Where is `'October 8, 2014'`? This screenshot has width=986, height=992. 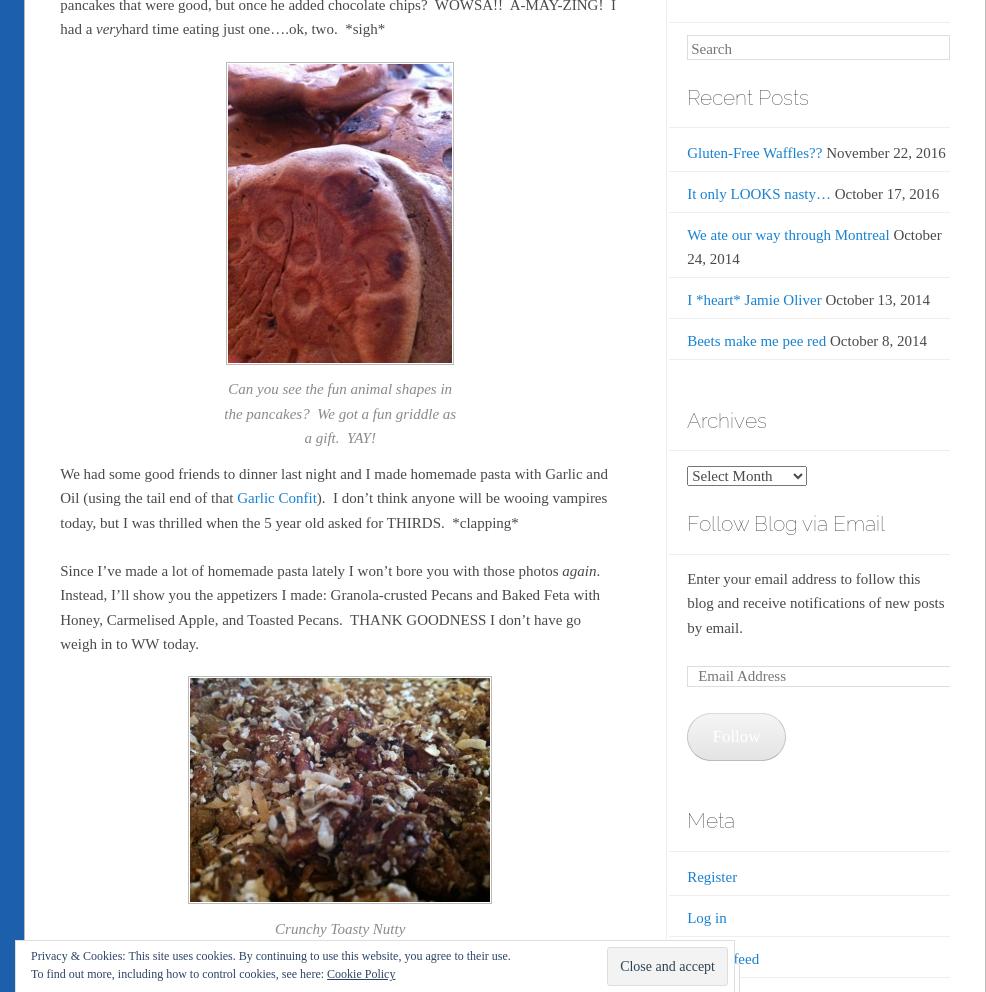
'October 8, 2014' is located at coordinates (877, 338).